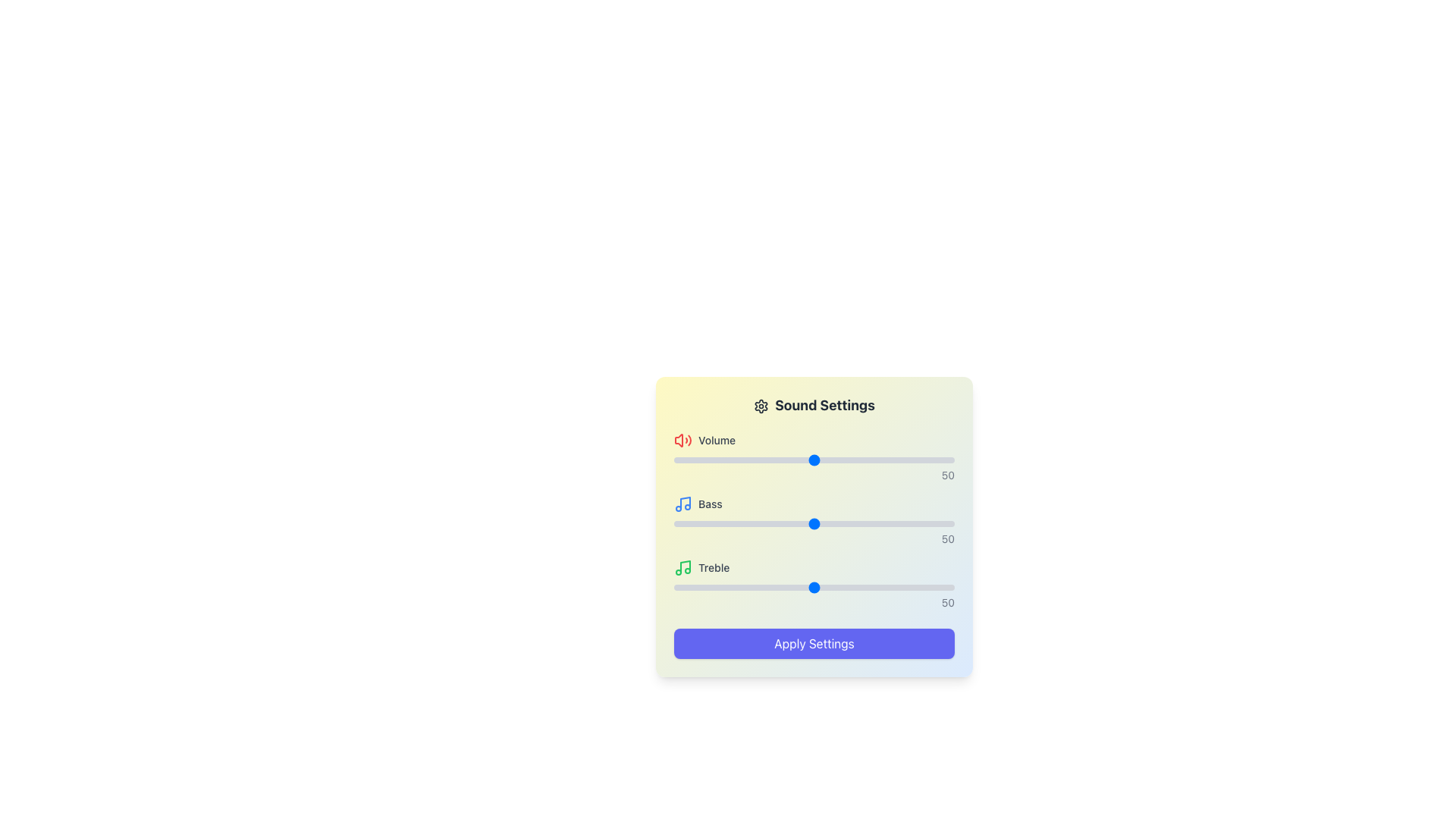  What do you see at coordinates (814, 522) in the screenshot?
I see `the bass level` at bounding box center [814, 522].